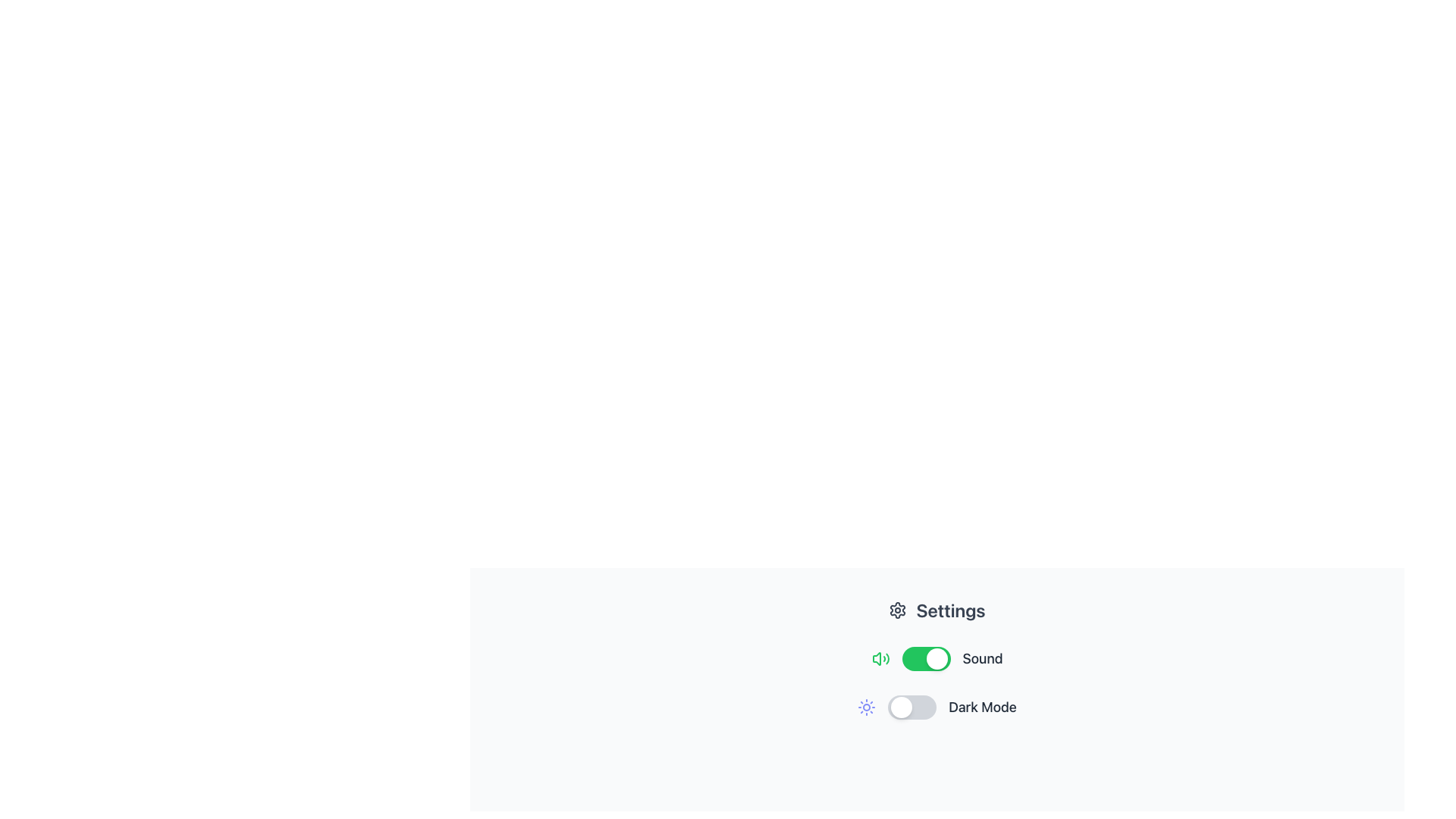 Image resolution: width=1456 pixels, height=819 pixels. What do you see at coordinates (937, 657) in the screenshot?
I see `the toggle switch for sound settings, which is the first toggle switch beneath the 'Settings' header` at bounding box center [937, 657].